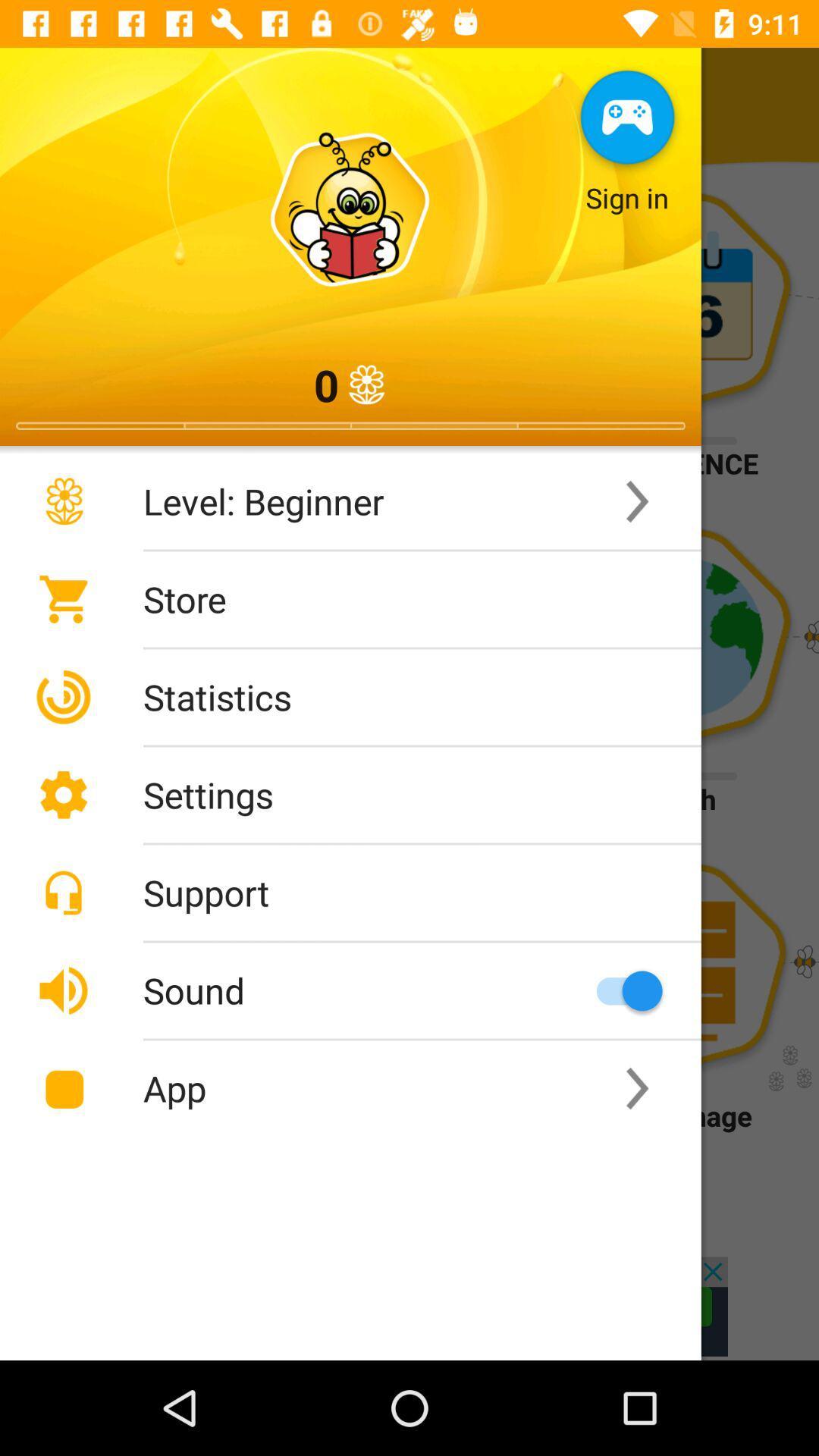 The width and height of the screenshot is (819, 1456). What do you see at coordinates (637, 1087) in the screenshot?
I see `the second right scroll` at bounding box center [637, 1087].